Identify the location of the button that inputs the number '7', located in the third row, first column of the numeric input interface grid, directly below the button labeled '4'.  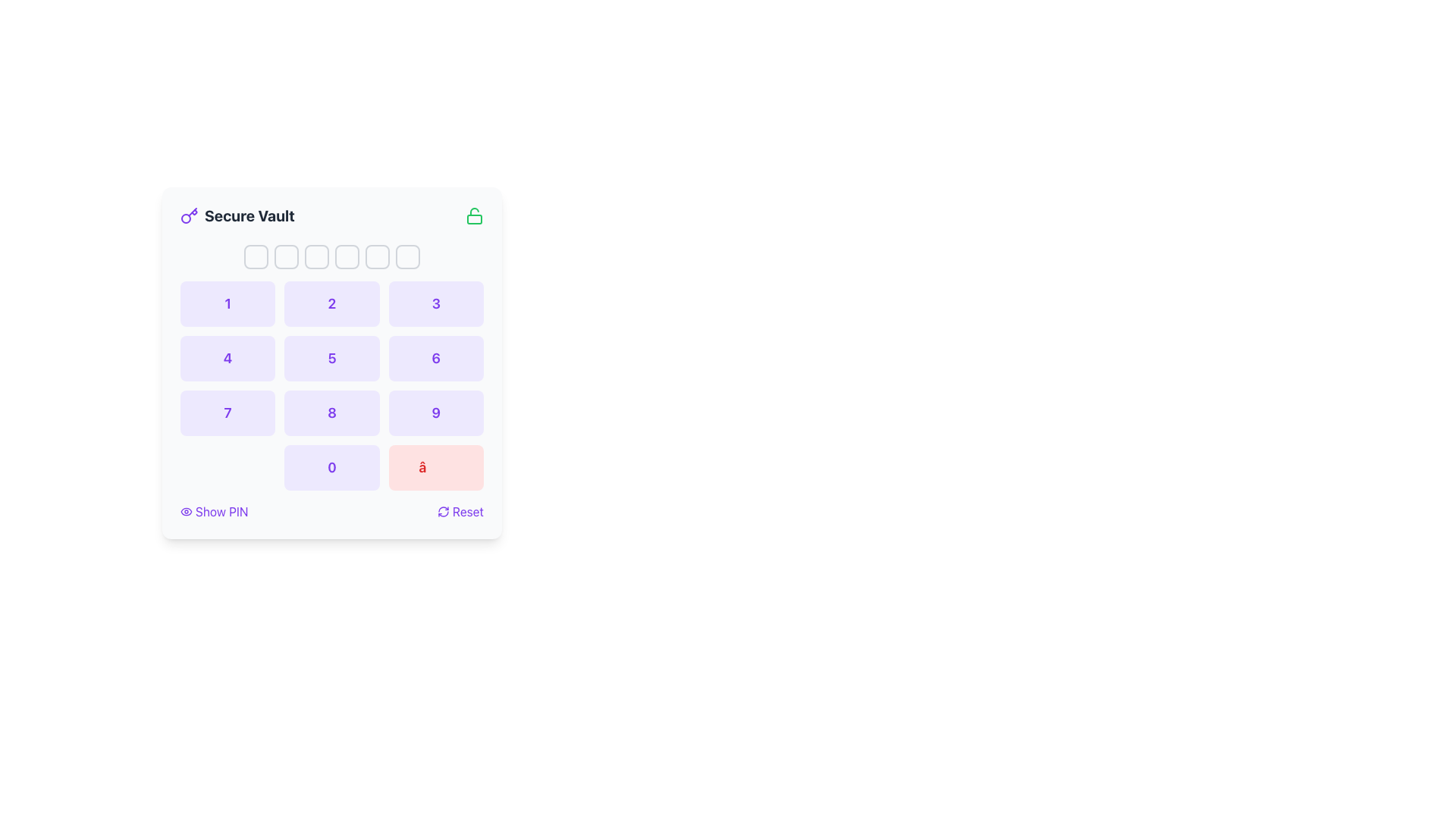
(227, 413).